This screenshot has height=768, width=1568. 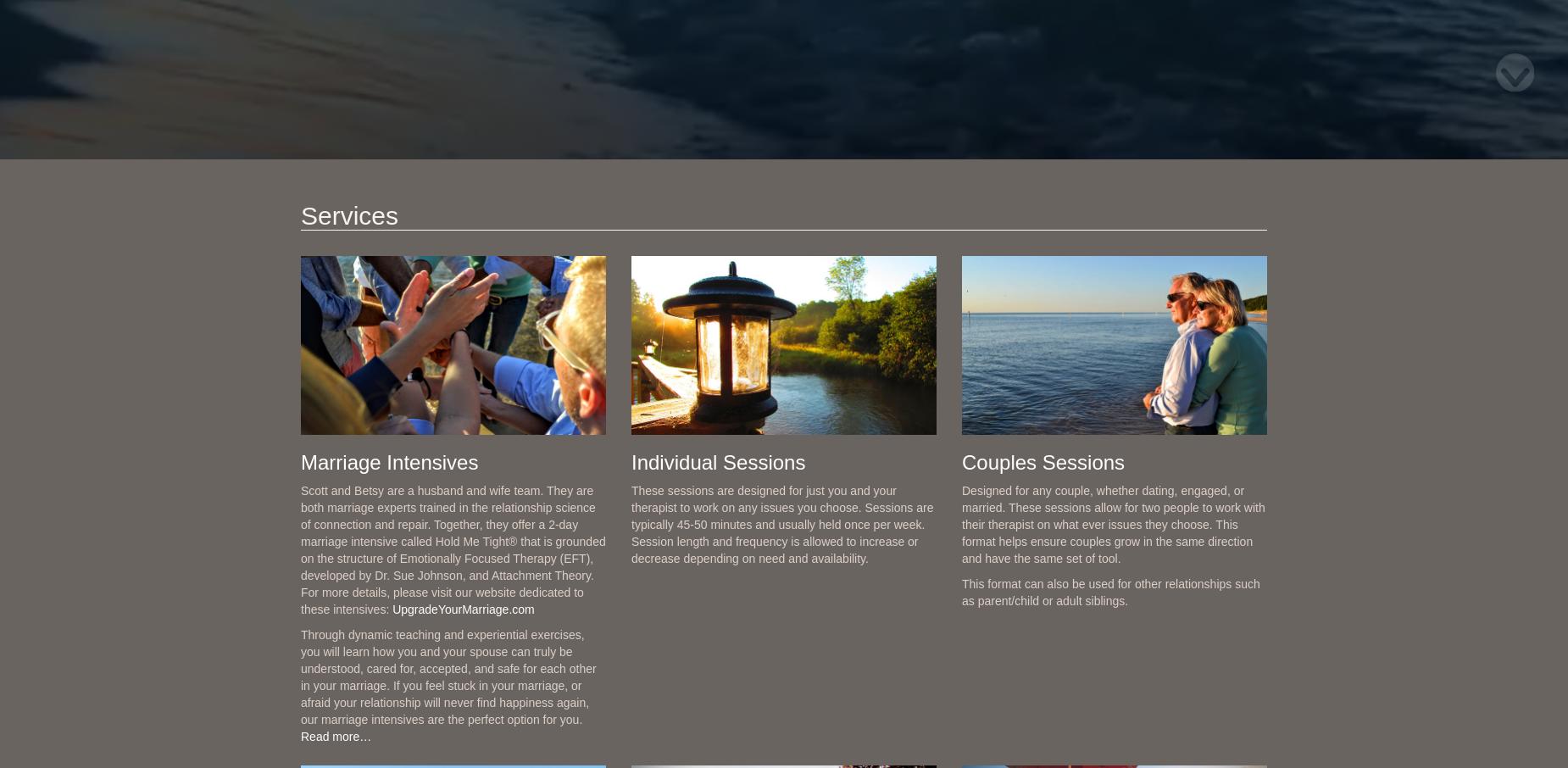 What do you see at coordinates (781, 524) in the screenshot?
I see `'These sessions are designed for just you and your therapist to work on any issues you choose. Sessions are typically 45-50 minutes and usually held once per week. Session length and frequency is allowed to increase or decrease depending on need and availability.'` at bounding box center [781, 524].